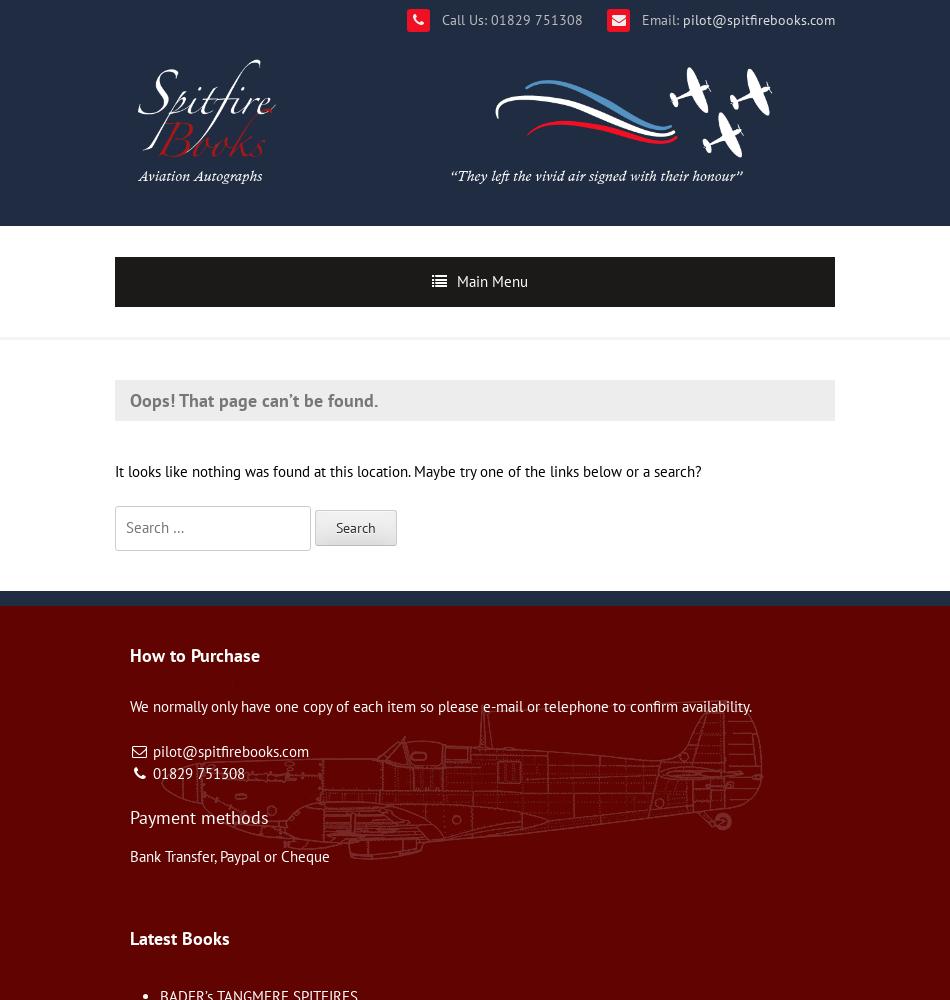  Describe the element at coordinates (180, 937) in the screenshot. I see `'Latest Books'` at that location.